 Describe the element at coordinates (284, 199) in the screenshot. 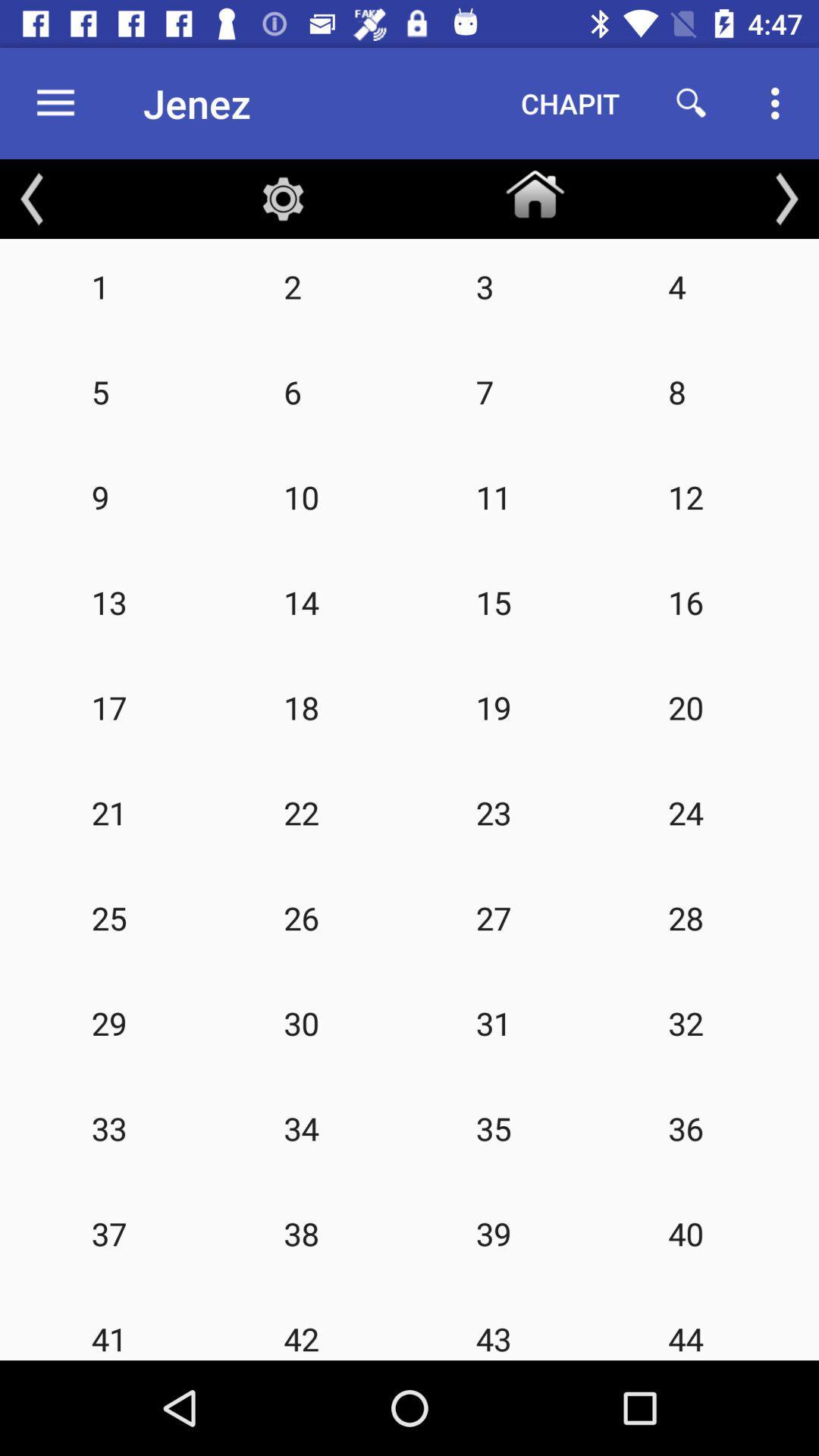

I see `the settings button in the page` at that location.